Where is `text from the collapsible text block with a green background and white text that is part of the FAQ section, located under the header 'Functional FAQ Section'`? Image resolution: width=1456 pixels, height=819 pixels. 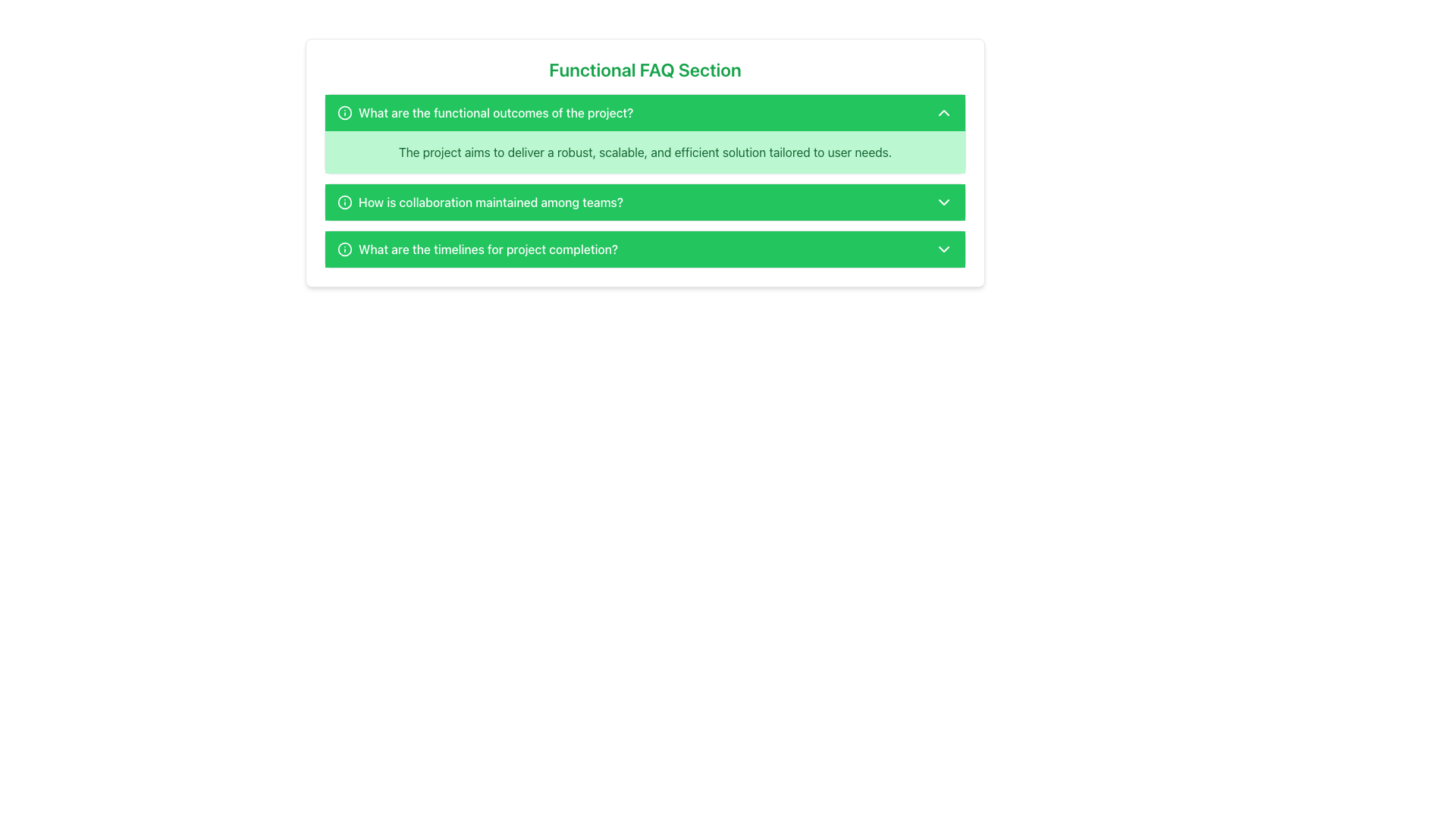
text from the collapsible text block with a green background and white text that is part of the FAQ section, located under the header 'Functional FAQ Section' is located at coordinates (645, 180).